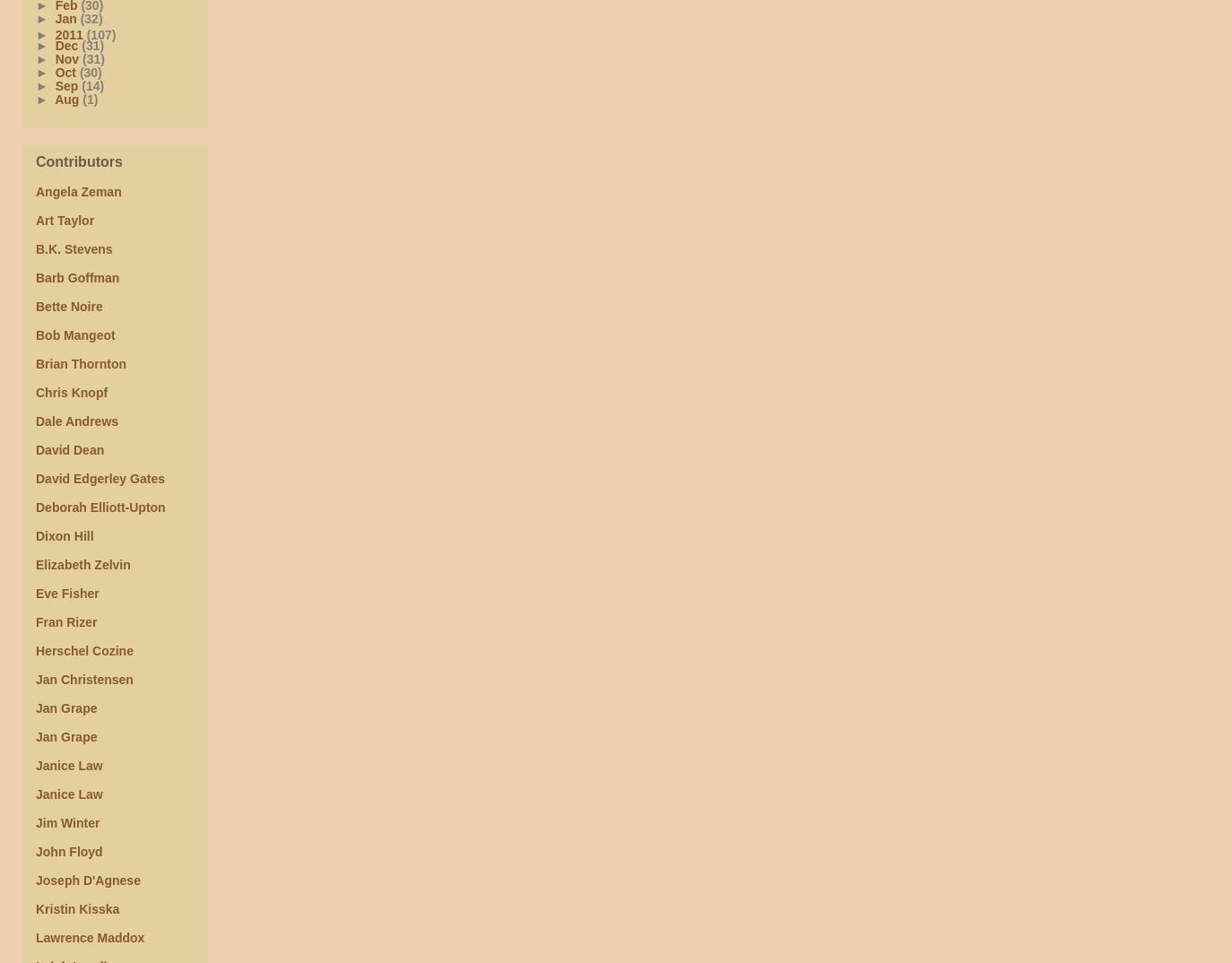 Image resolution: width=1232 pixels, height=963 pixels. Describe the element at coordinates (66, 822) in the screenshot. I see `'Jim Winter'` at that location.